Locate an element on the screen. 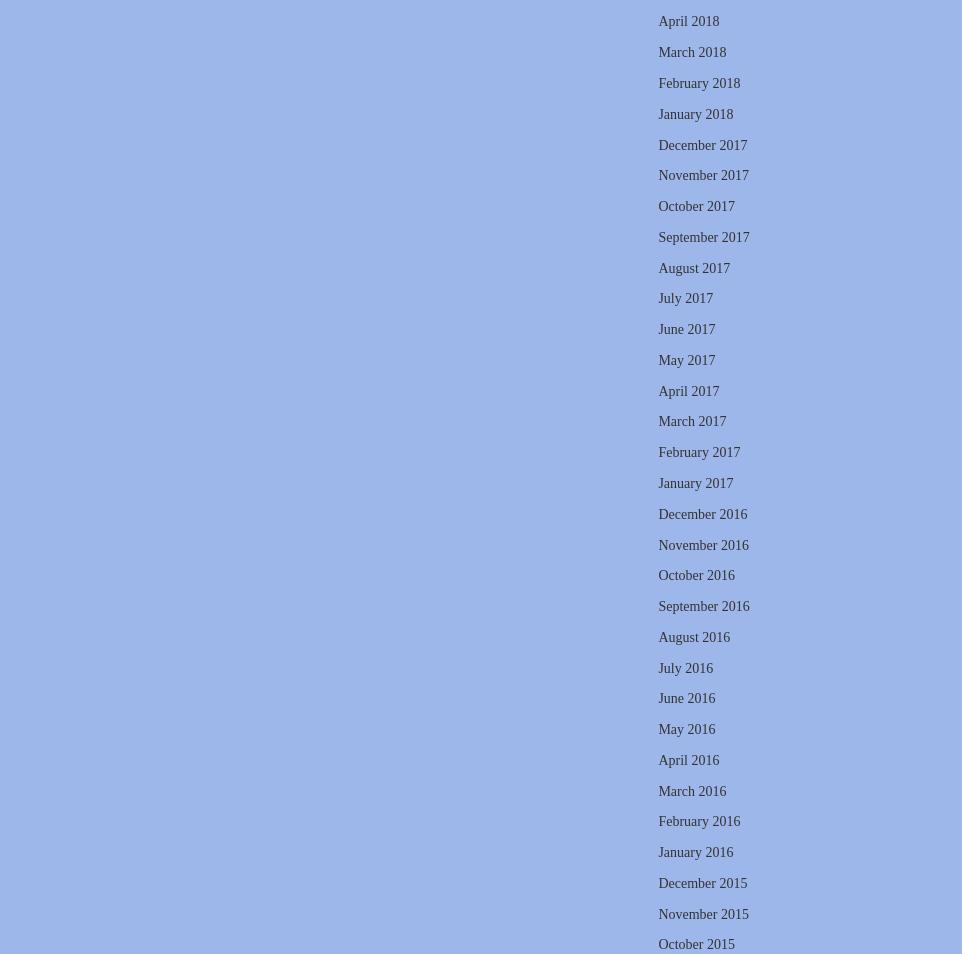  'January 2018' is located at coordinates (694, 112).